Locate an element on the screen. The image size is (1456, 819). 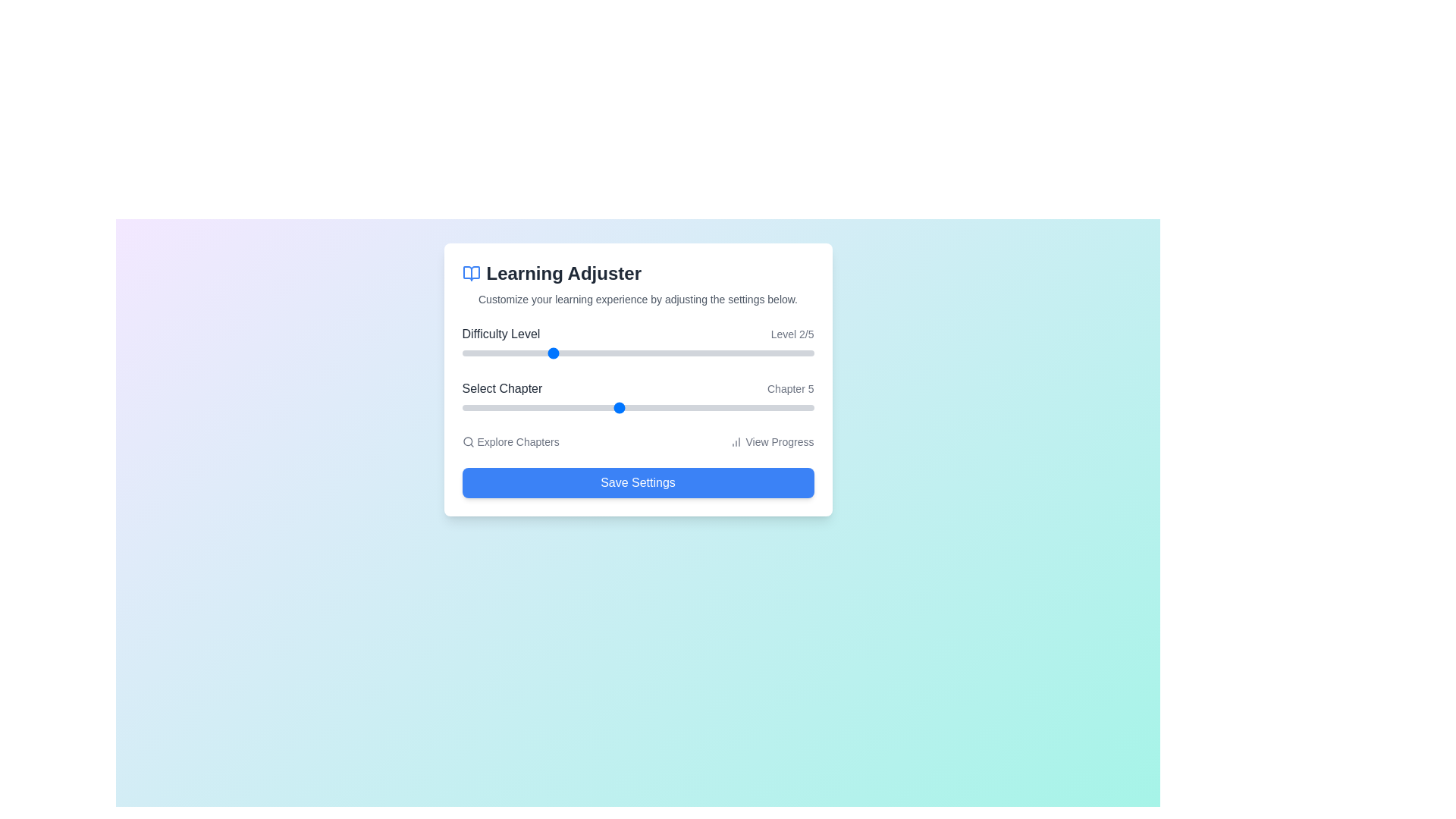
the search icon located on the left side of the 'Explore Chapters' button to trigger a tooltip or visual feedback is located at coordinates (467, 441).